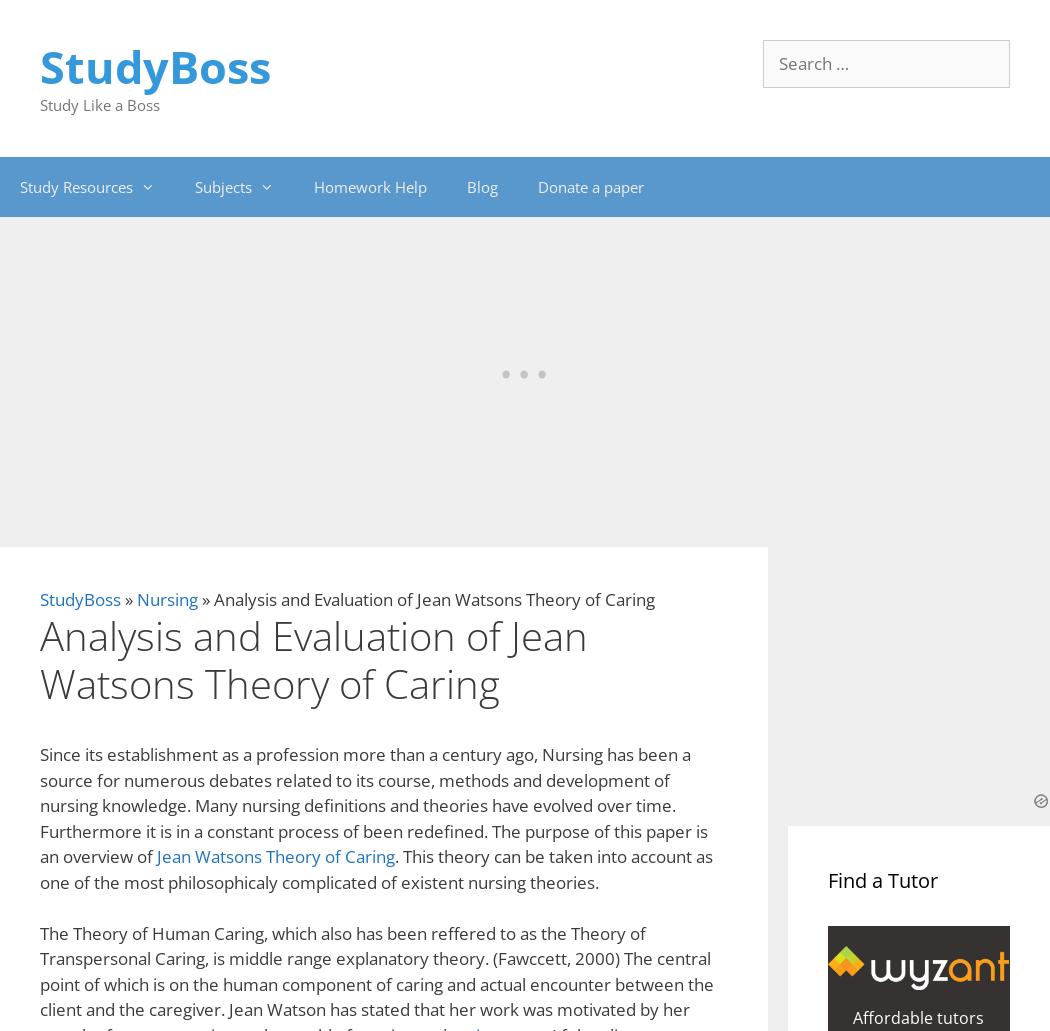 The width and height of the screenshot is (1050, 1031). Describe the element at coordinates (216, 522) in the screenshot. I see `'Harvard'` at that location.